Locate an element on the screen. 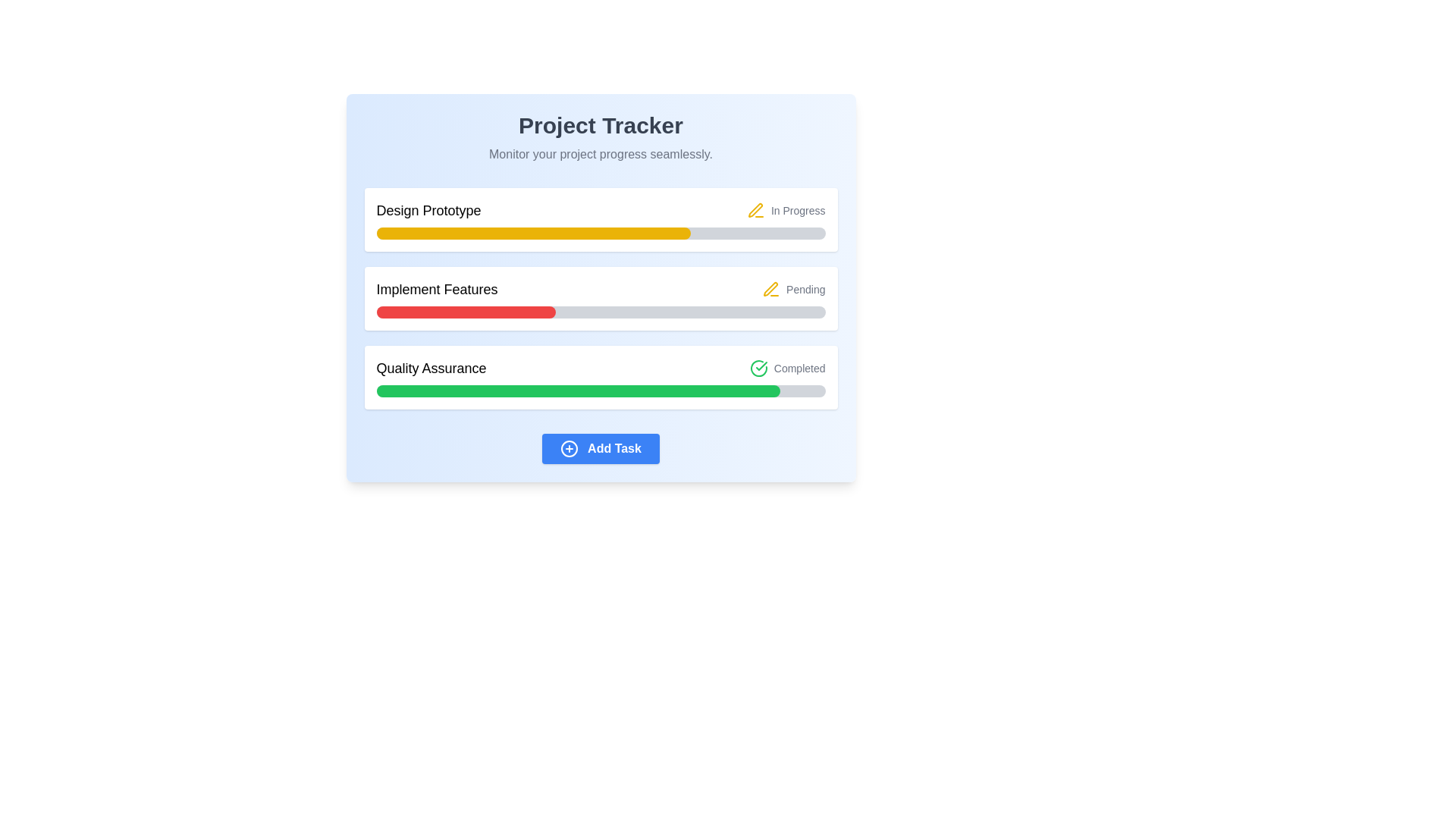  the progress bar is located at coordinates (538, 234).